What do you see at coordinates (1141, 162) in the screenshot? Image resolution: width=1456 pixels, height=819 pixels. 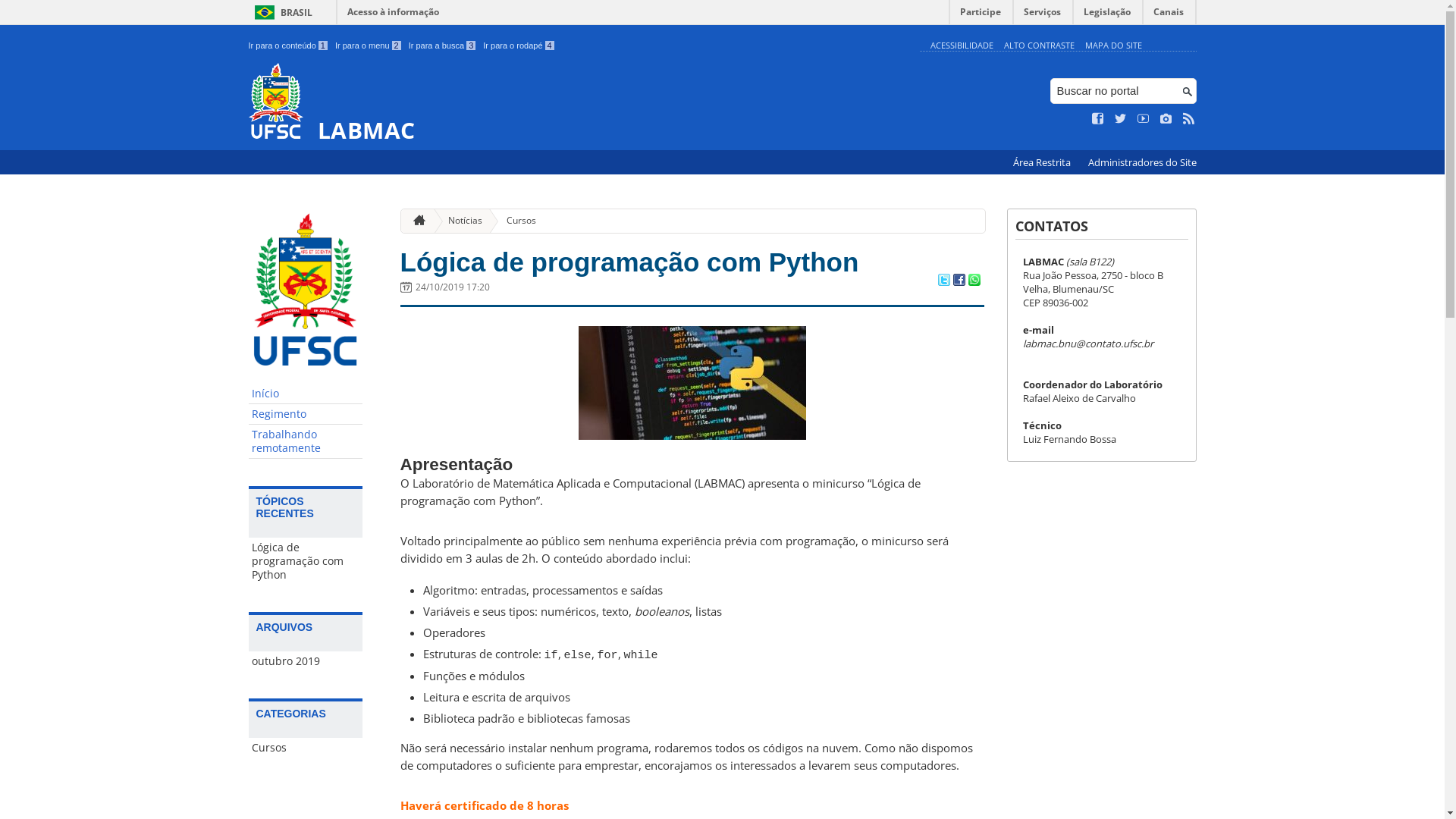 I see `'Administradores do Site'` at bounding box center [1141, 162].